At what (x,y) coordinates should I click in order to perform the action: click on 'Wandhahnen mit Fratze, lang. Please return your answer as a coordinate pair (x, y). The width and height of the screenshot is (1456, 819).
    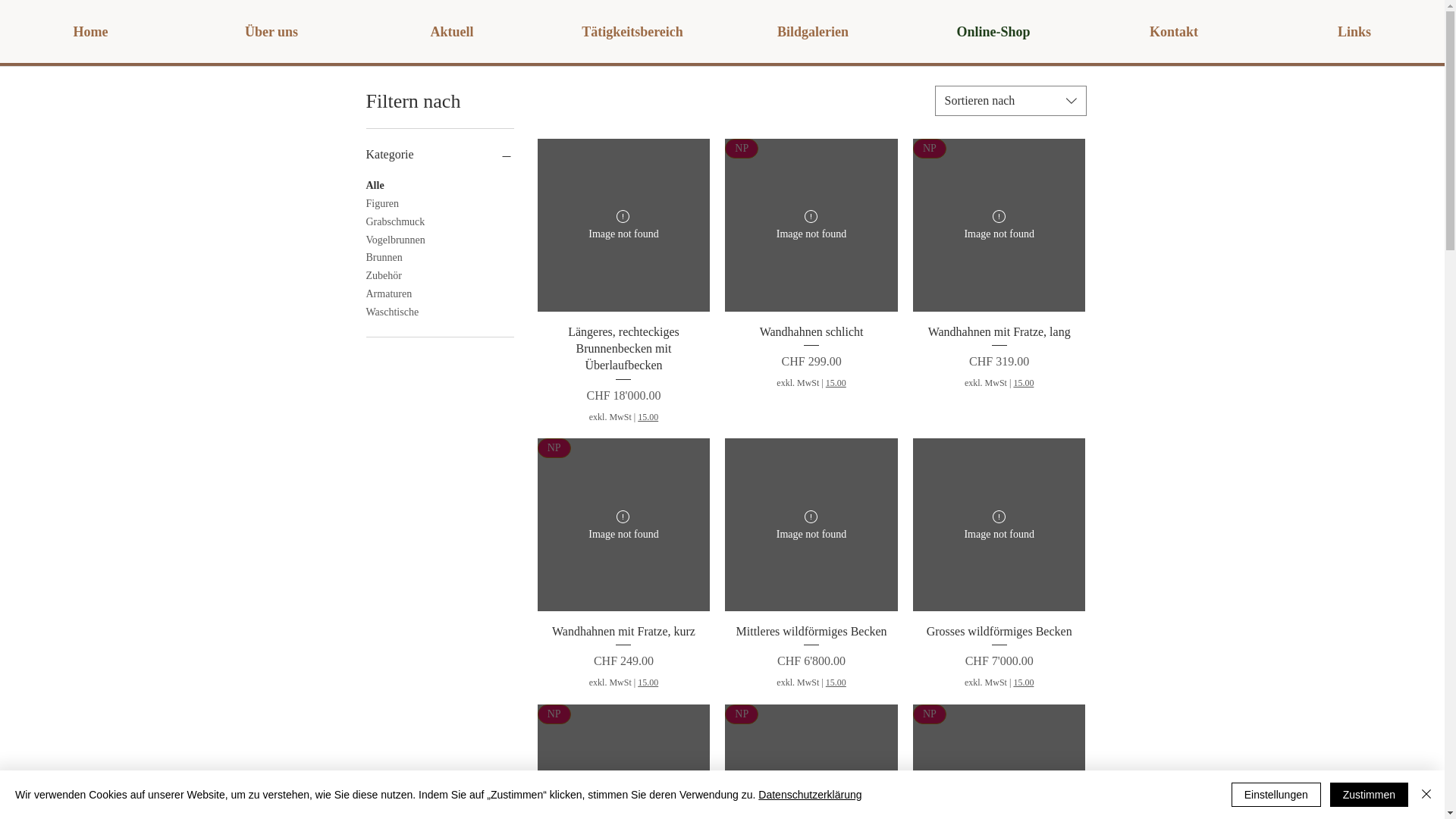
    Looking at the image, I should click on (999, 225).